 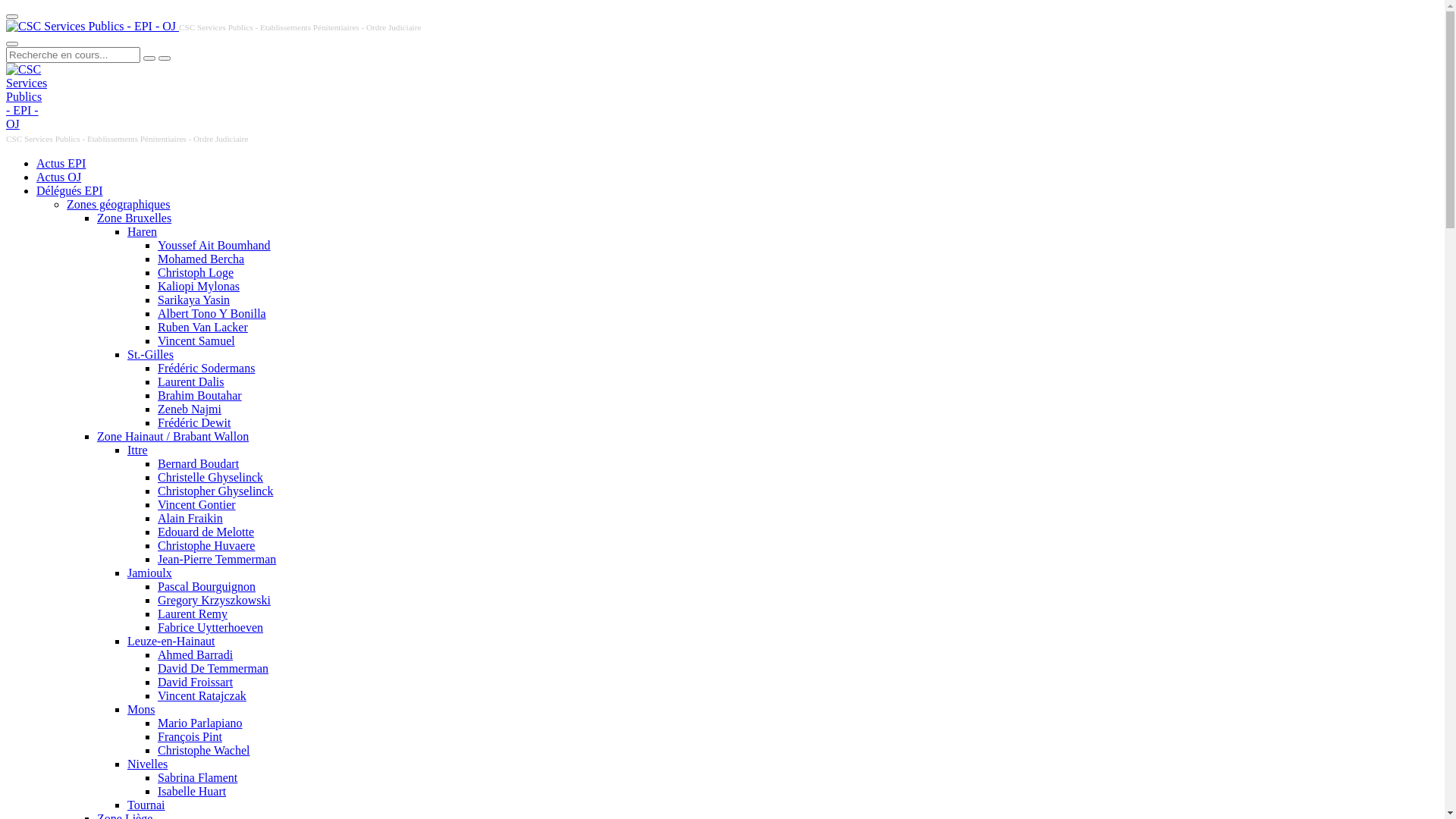 What do you see at coordinates (157, 627) in the screenshot?
I see `'Fabrice Uytterhoeven'` at bounding box center [157, 627].